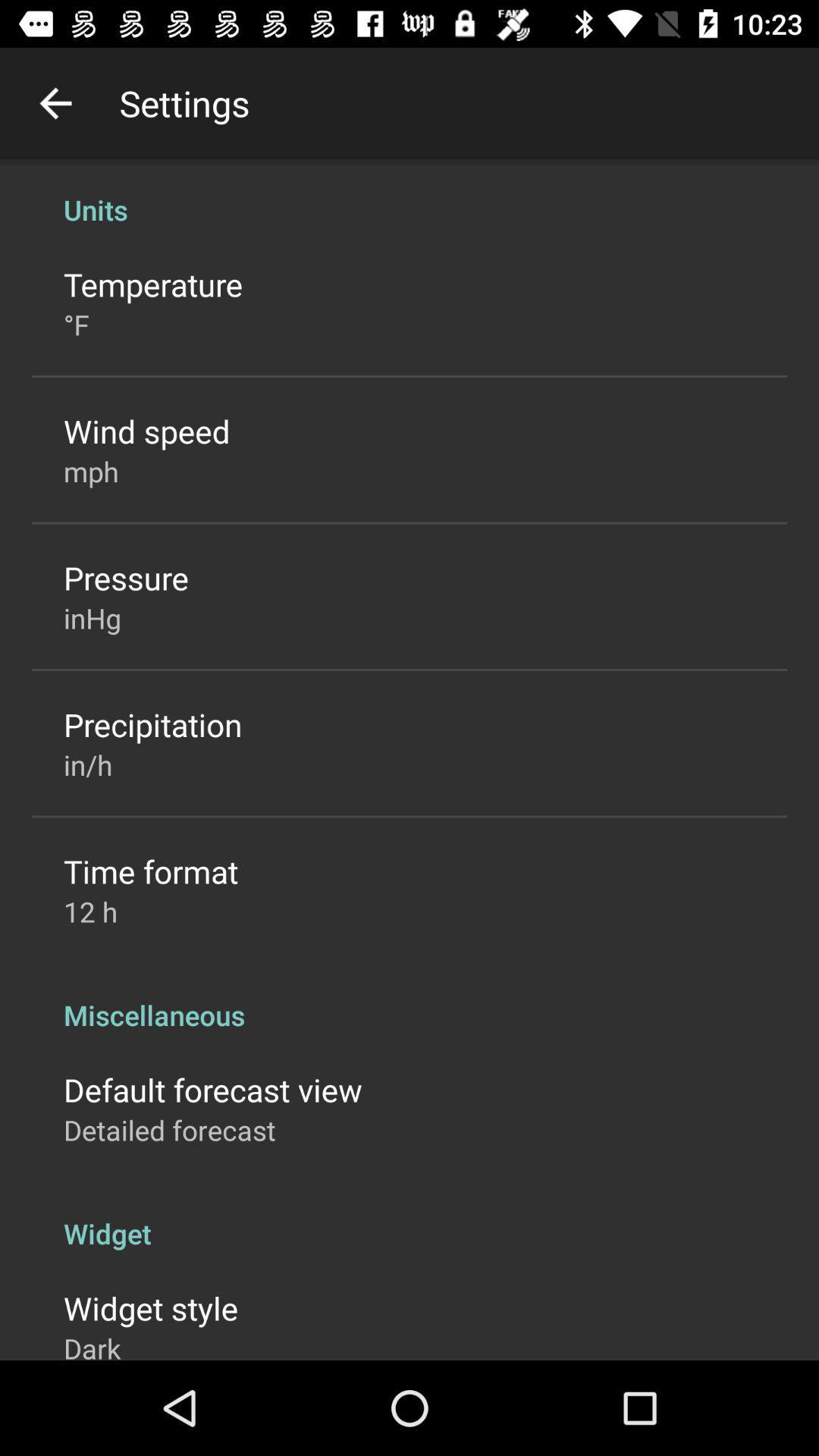 This screenshot has width=819, height=1456. What do you see at coordinates (92, 618) in the screenshot?
I see `the inhg` at bounding box center [92, 618].